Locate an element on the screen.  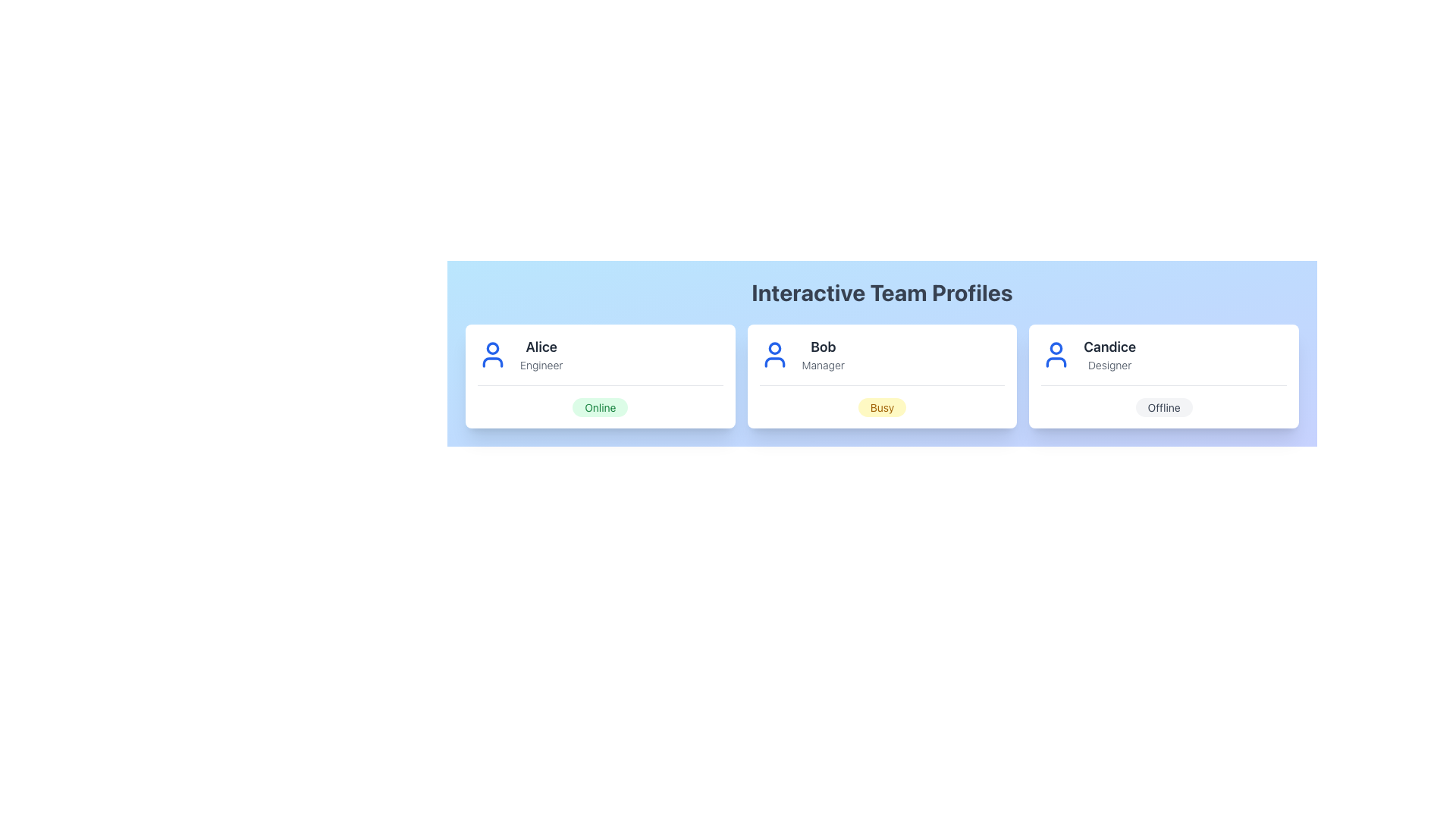
the status indicator label displaying 'Offline' for user 'Candice', located at the bottom-center of the user card is located at coordinates (1163, 400).